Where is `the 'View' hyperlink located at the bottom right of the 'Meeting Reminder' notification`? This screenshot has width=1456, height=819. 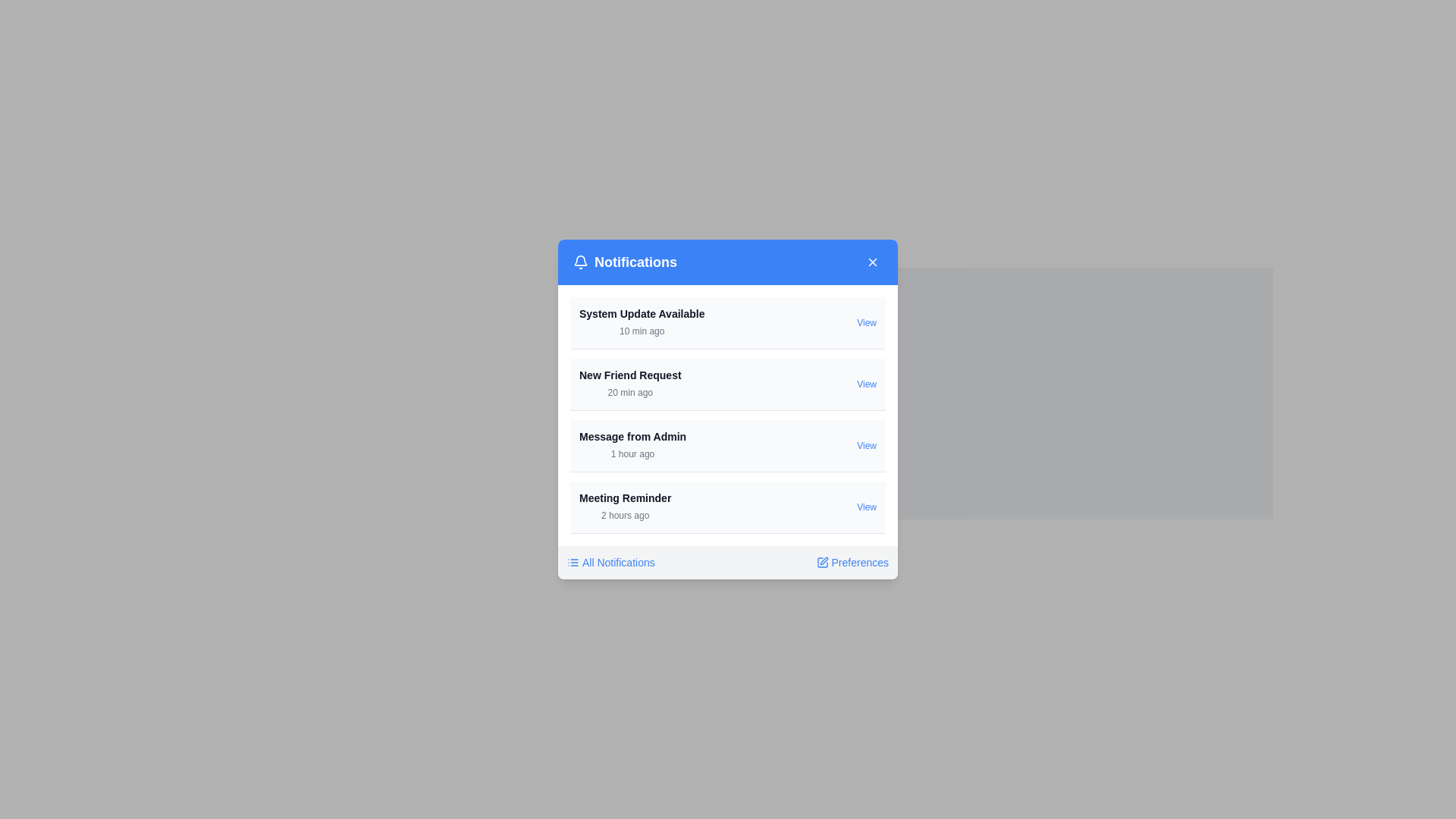 the 'View' hyperlink located at the bottom right of the 'Meeting Reminder' notification is located at coordinates (867, 507).